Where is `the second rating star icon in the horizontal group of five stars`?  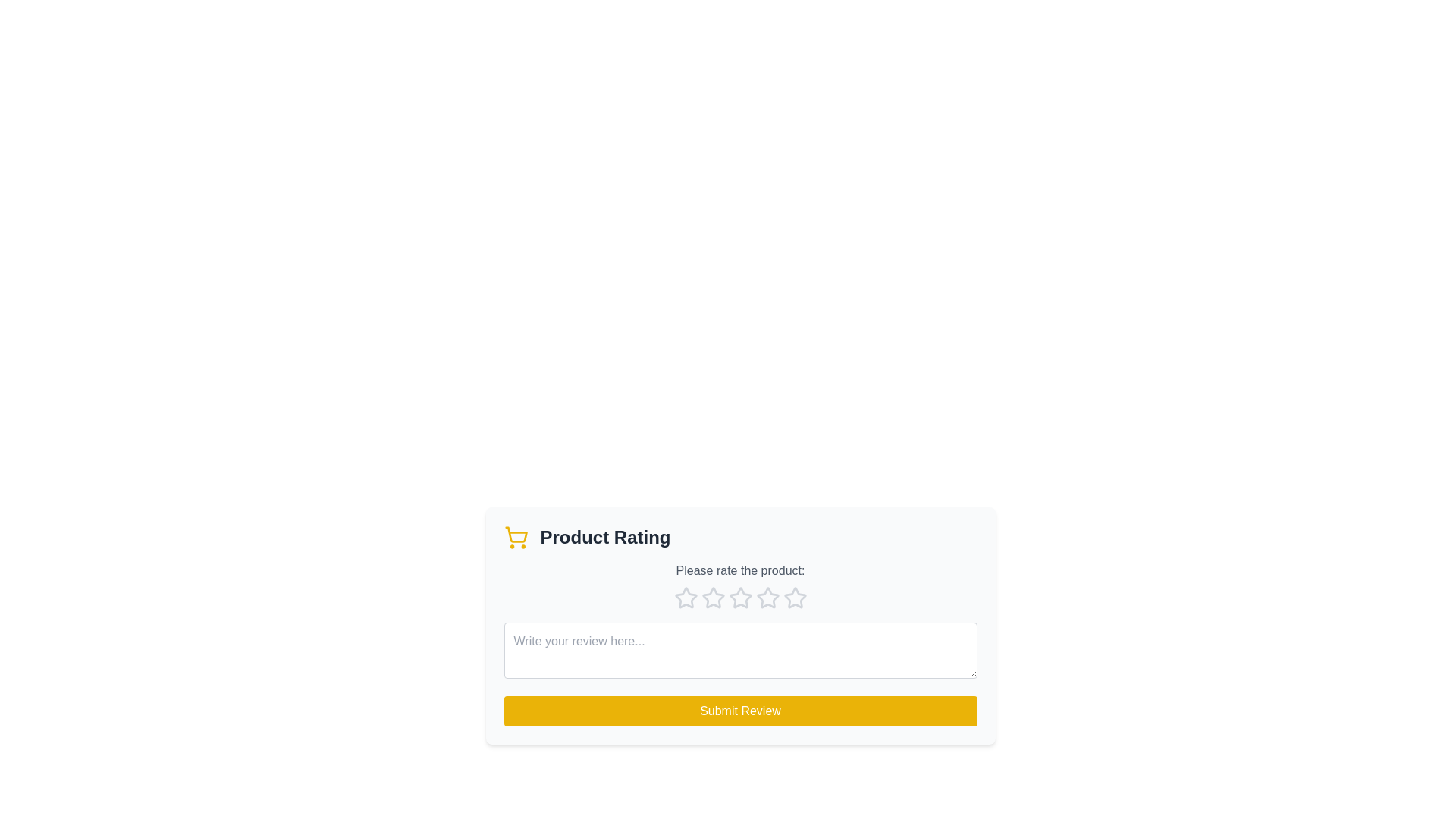
the second rating star icon in the horizontal group of five stars is located at coordinates (712, 597).